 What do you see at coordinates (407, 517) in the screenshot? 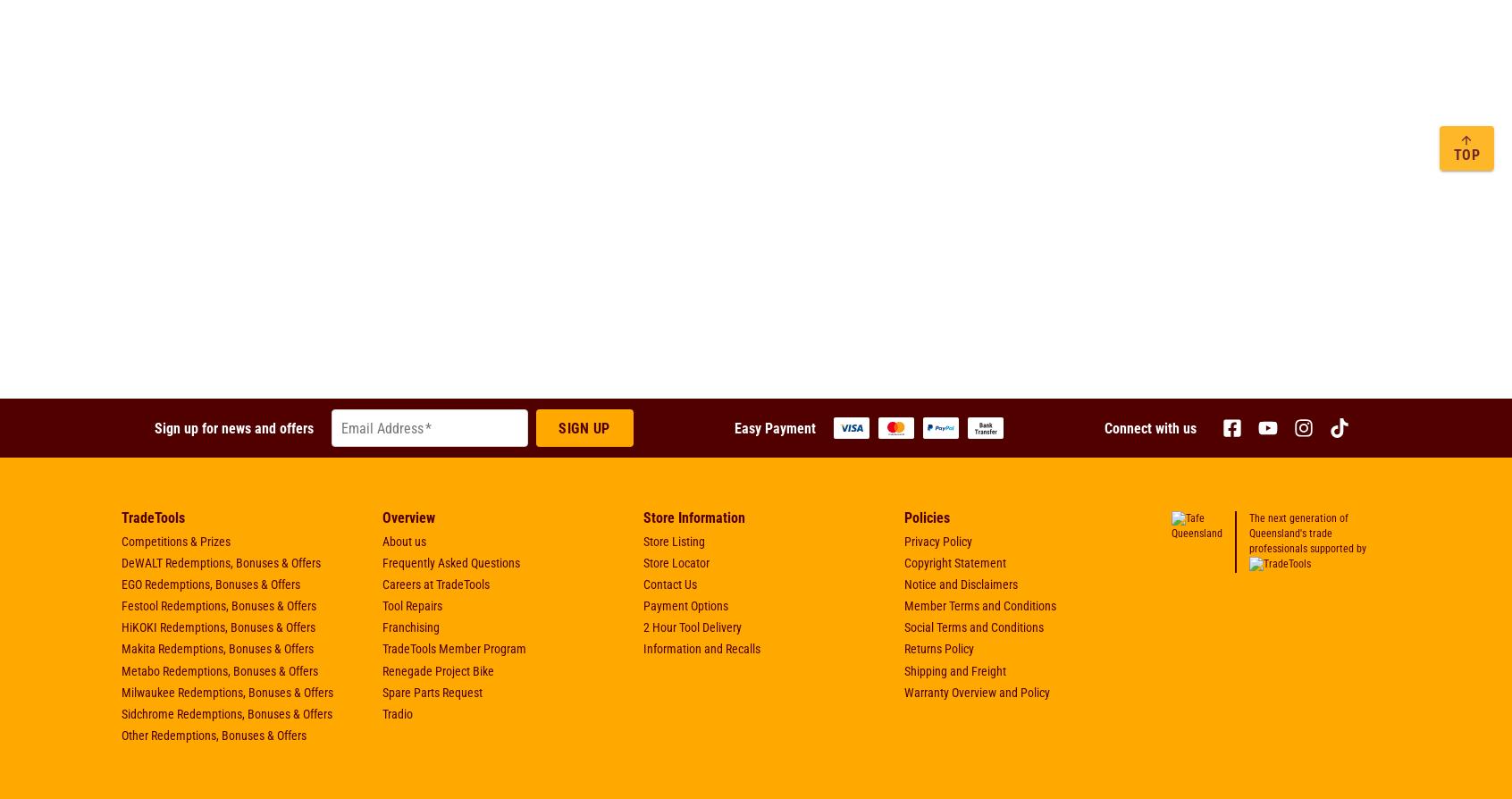
I see `'Overview'` at bounding box center [407, 517].